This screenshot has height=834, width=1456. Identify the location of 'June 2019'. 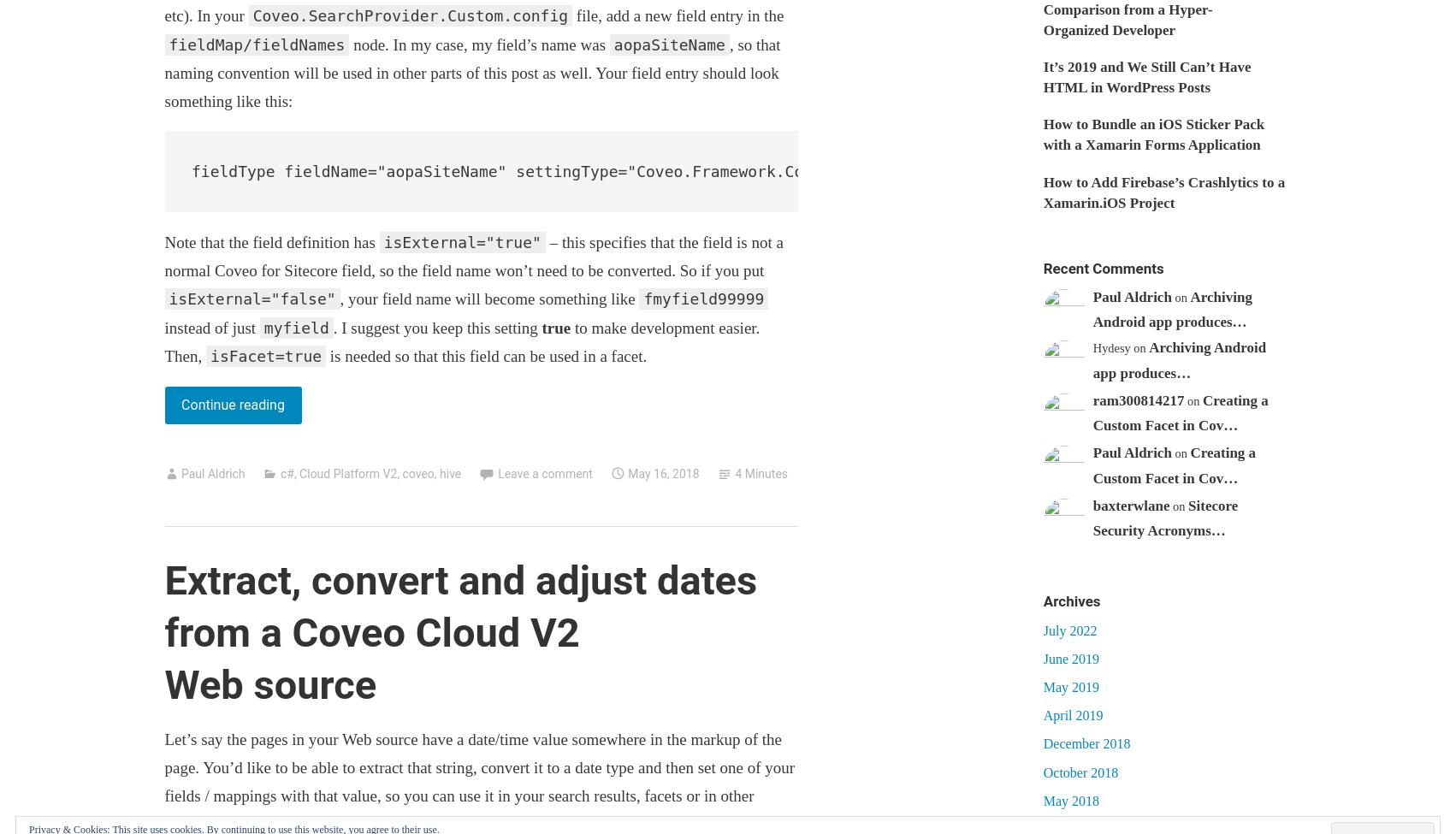
(1070, 657).